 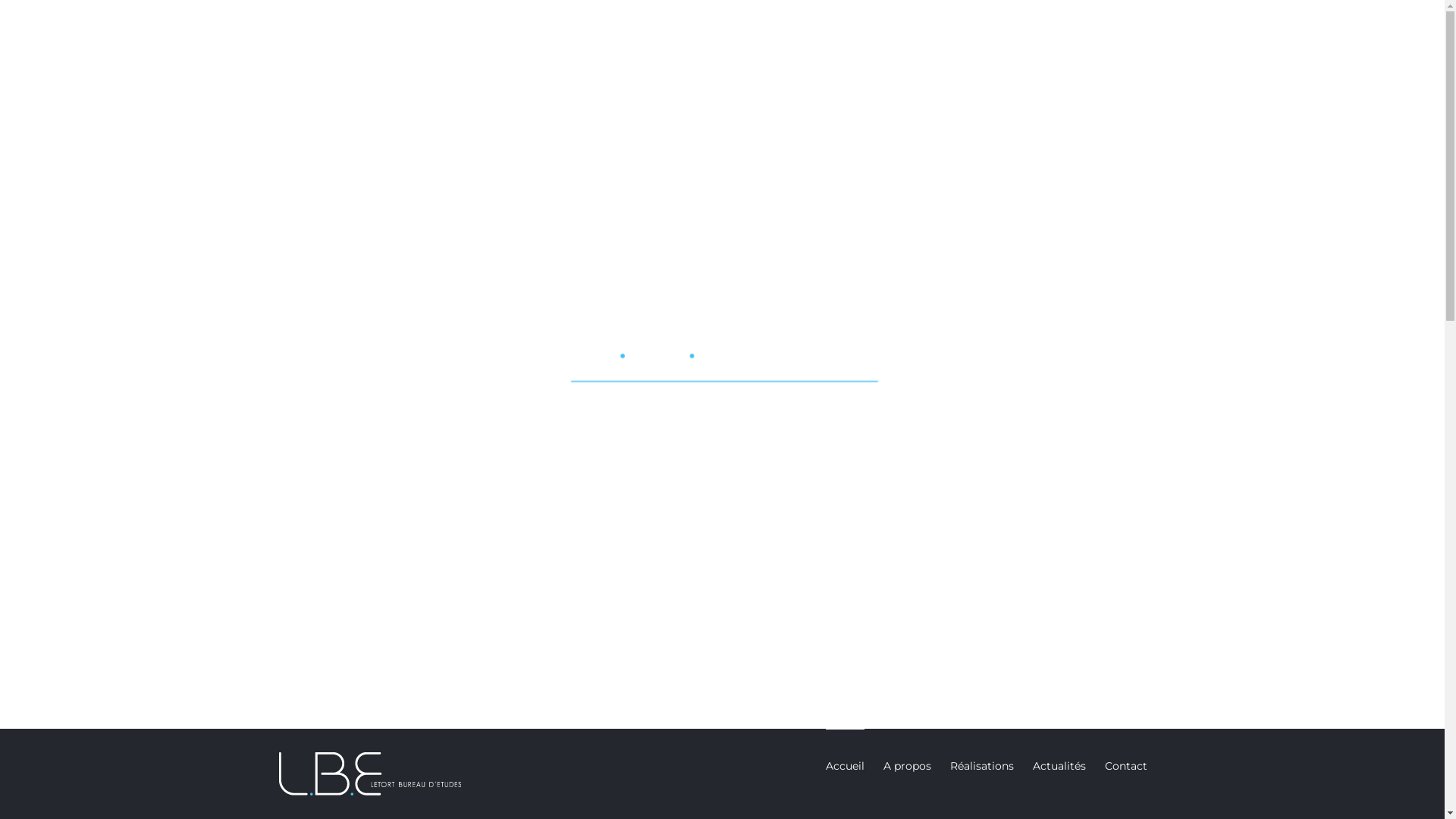 What do you see at coordinates (906, 765) in the screenshot?
I see `'A propos'` at bounding box center [906, 765].